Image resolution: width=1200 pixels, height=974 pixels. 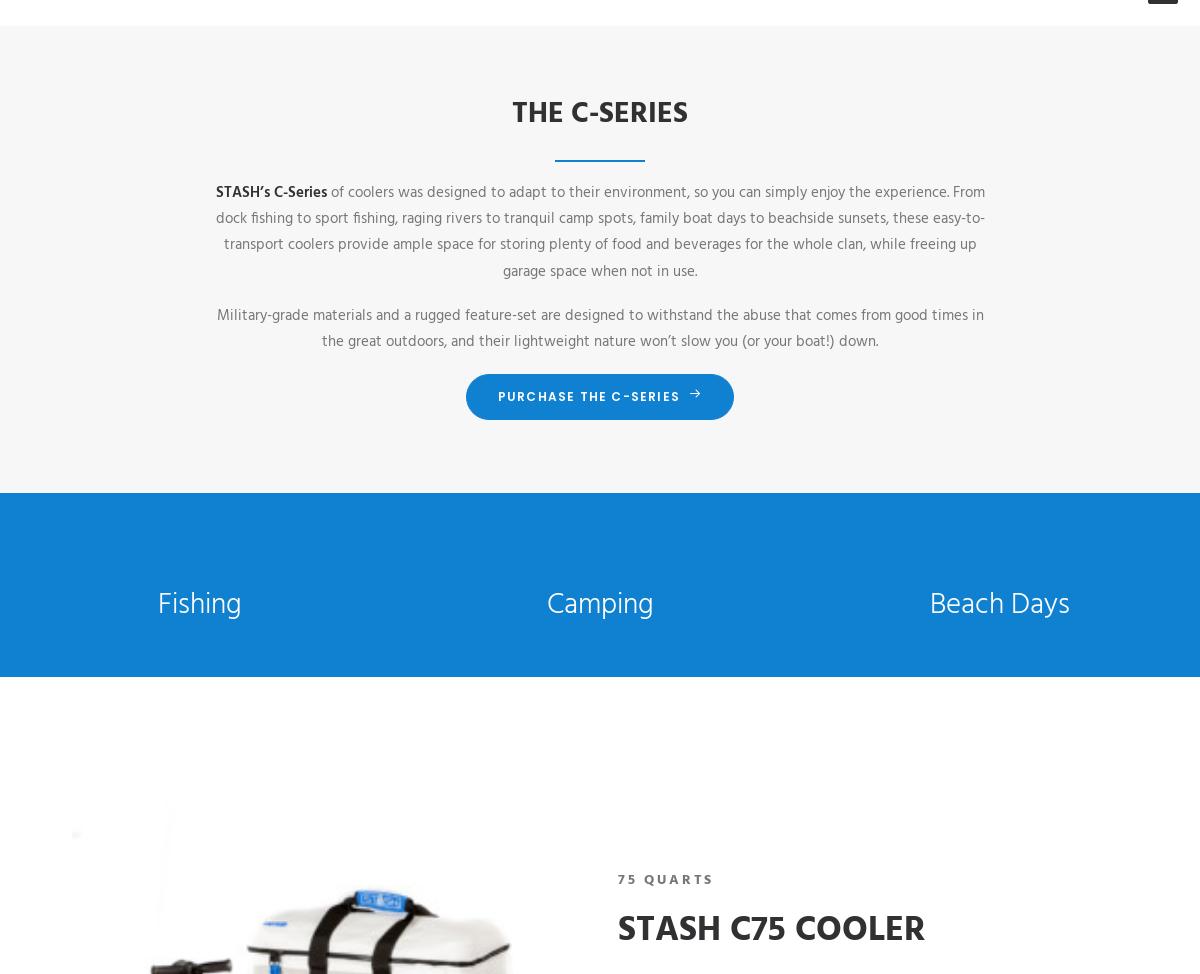 I want to click on 'The C-Series', so click(x=511, y=113).